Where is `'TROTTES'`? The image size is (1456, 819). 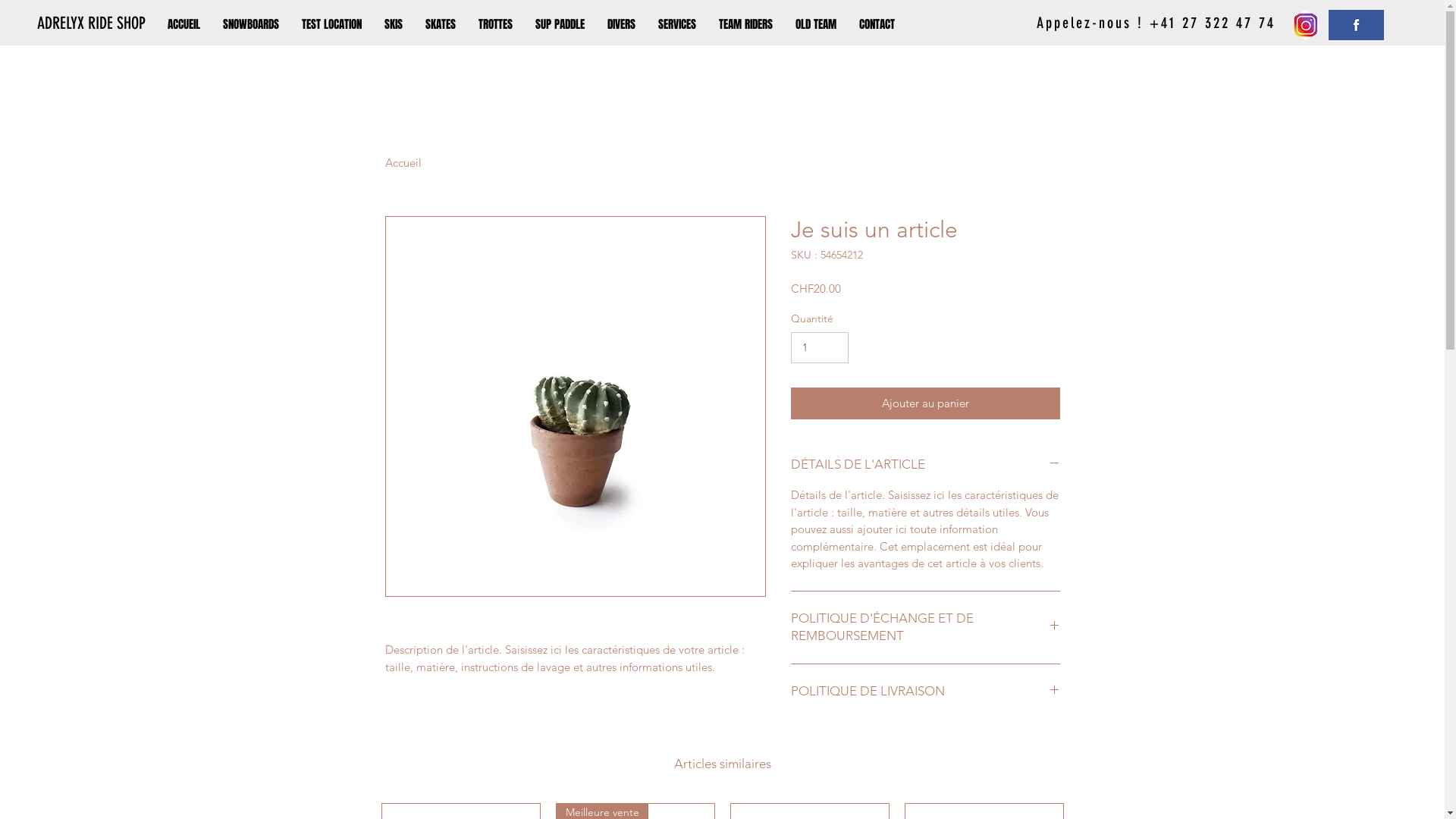
'TROTTES' is located at coordinates (466, 24).